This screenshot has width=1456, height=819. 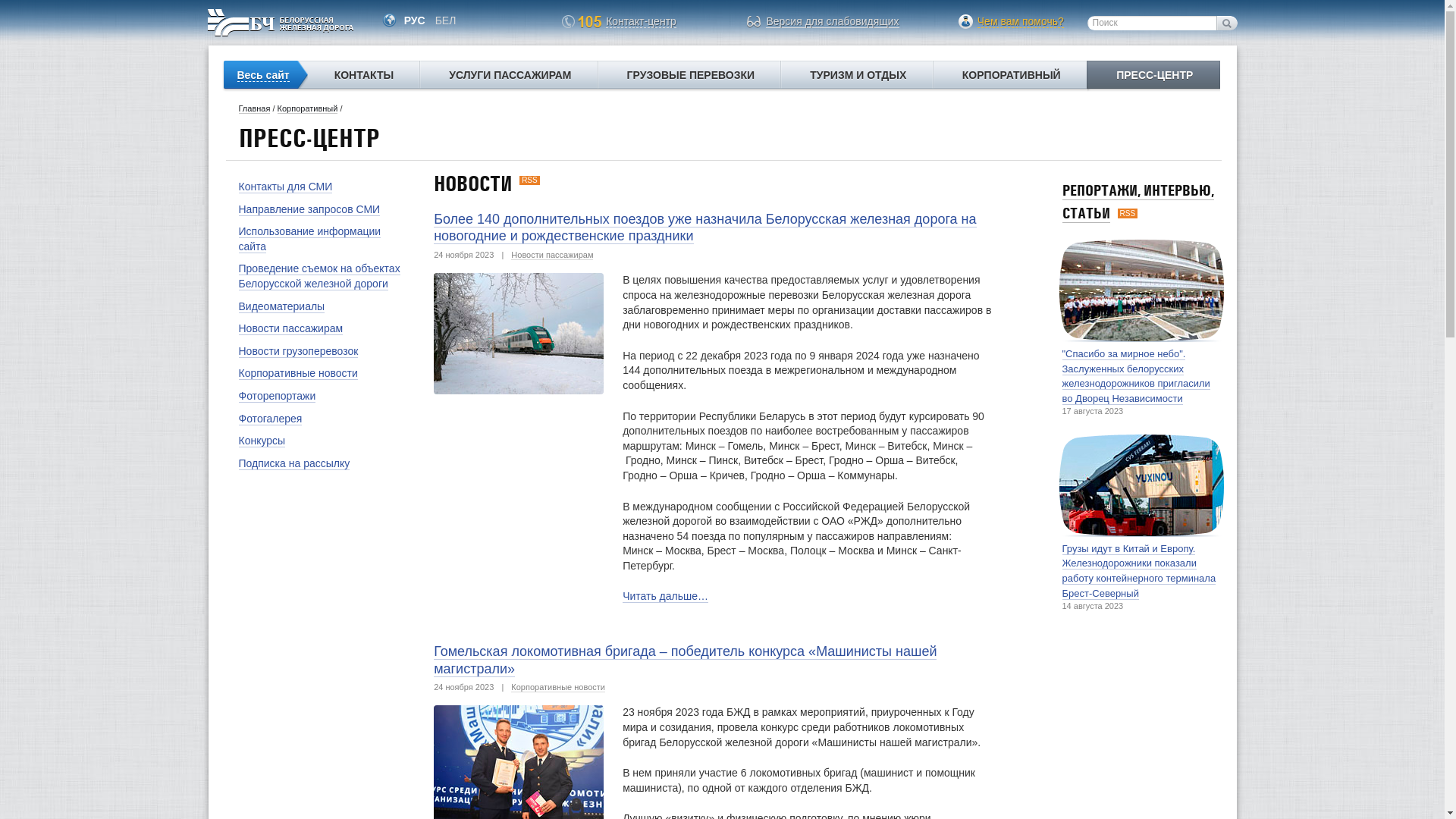 I want to click on 'RSS', so click(x=529, y=179).